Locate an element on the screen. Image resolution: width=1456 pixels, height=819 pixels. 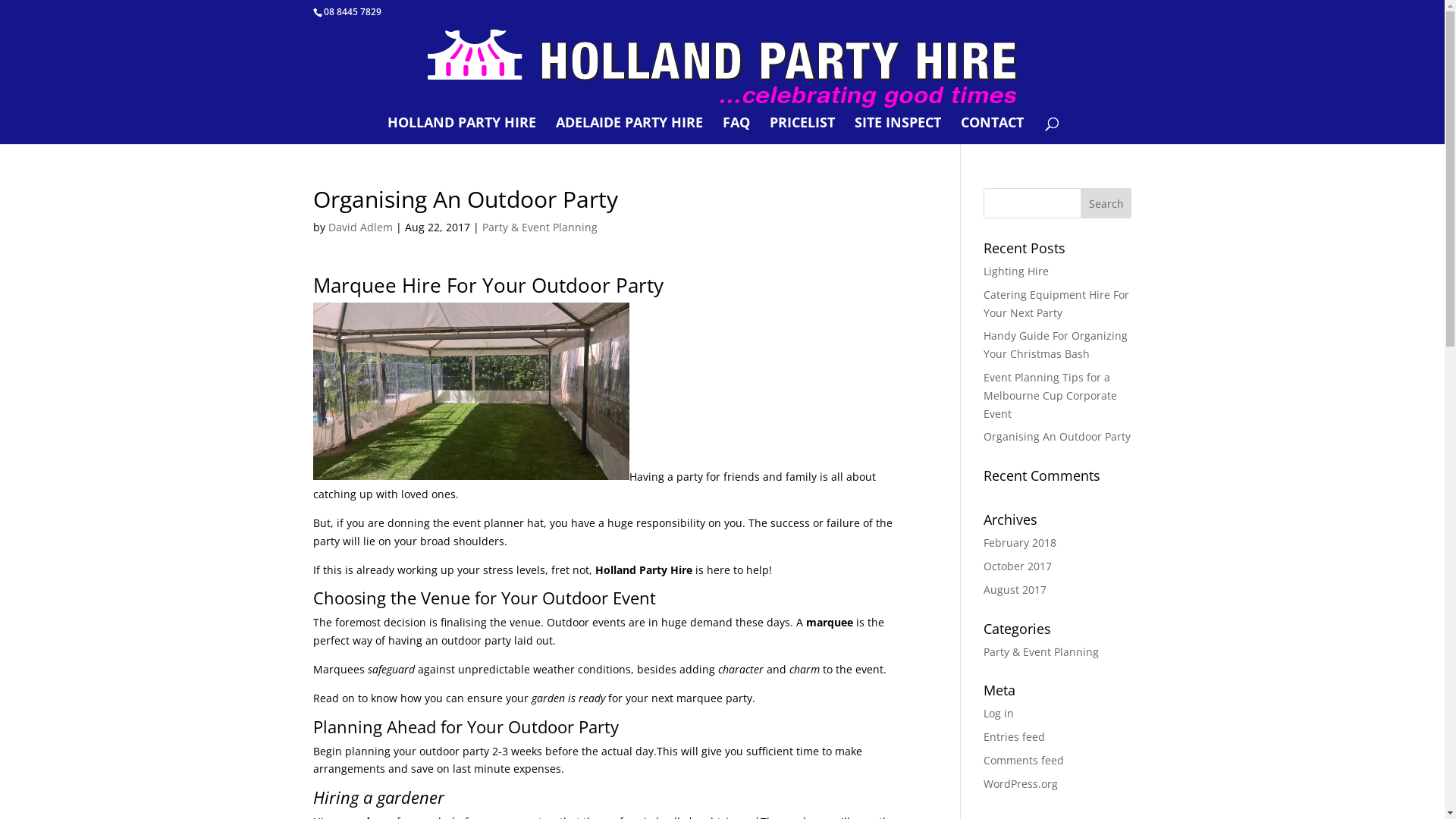
'08 8445 7829' is located at coordinates (351, 11).